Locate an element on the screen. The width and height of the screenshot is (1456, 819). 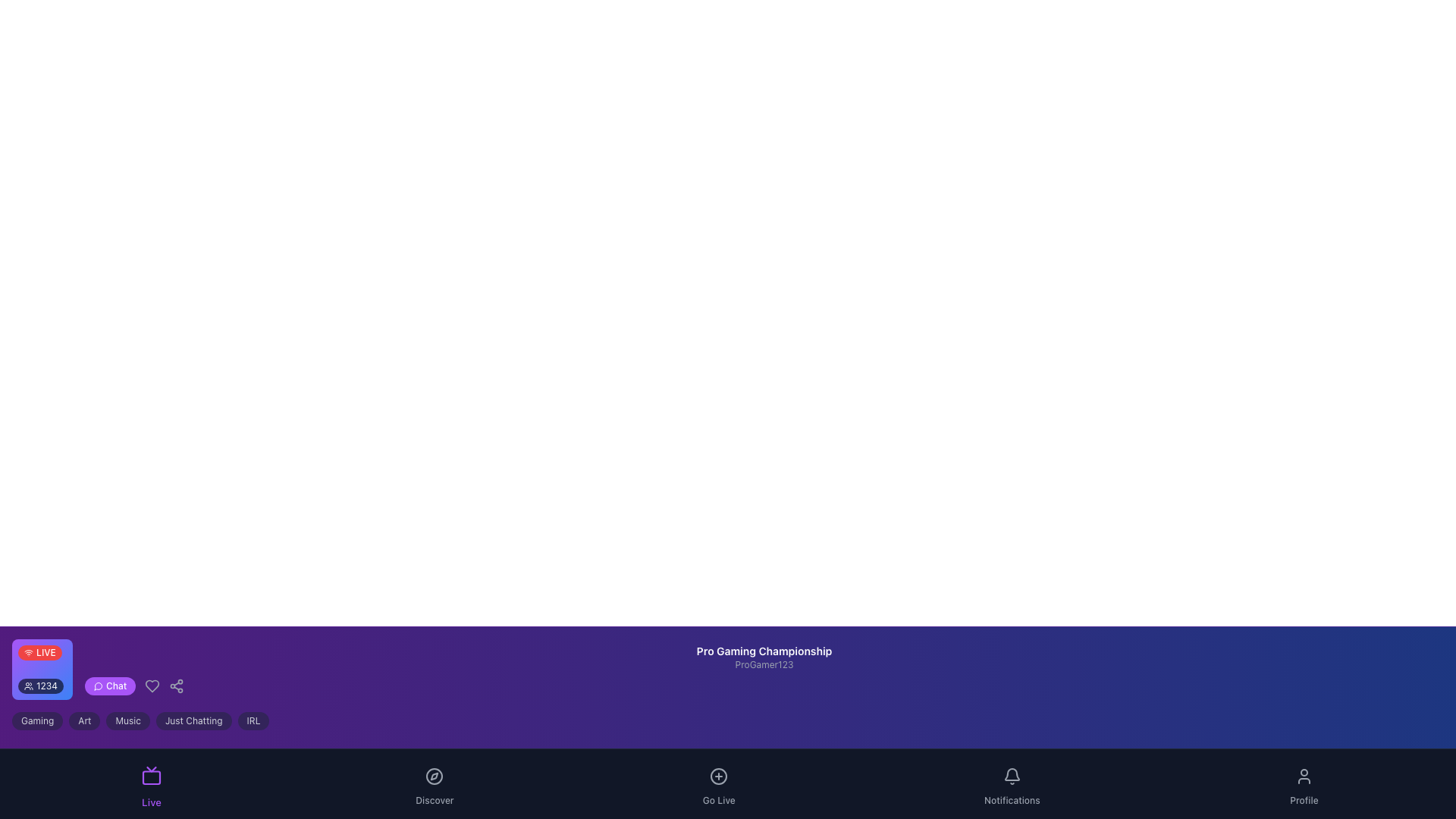
the 'Profile' icon located in the bottom navigation bar is located at coordinates (1303, 776).